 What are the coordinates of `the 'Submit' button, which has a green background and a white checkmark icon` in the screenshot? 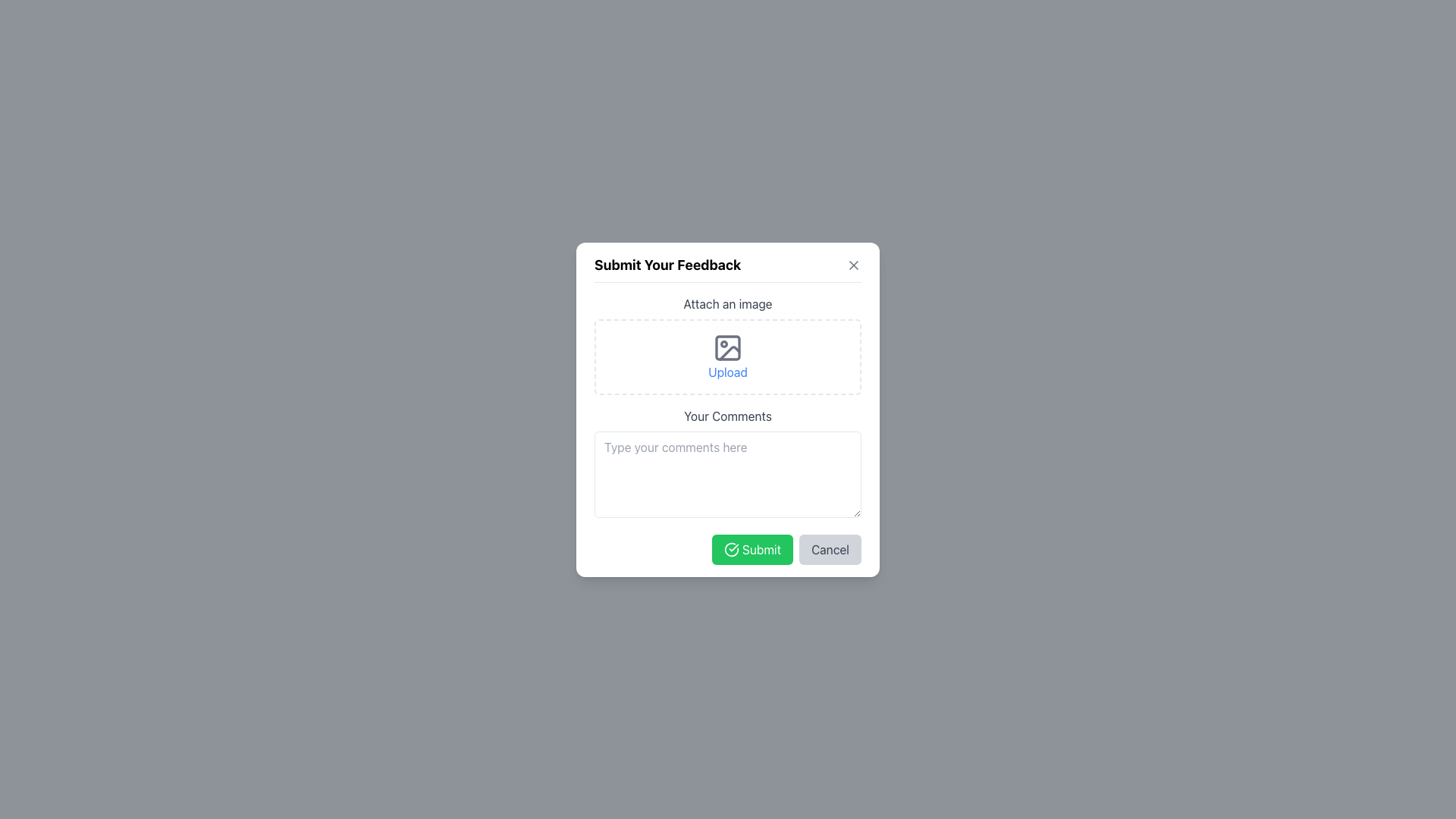 It's located at (752, 549).